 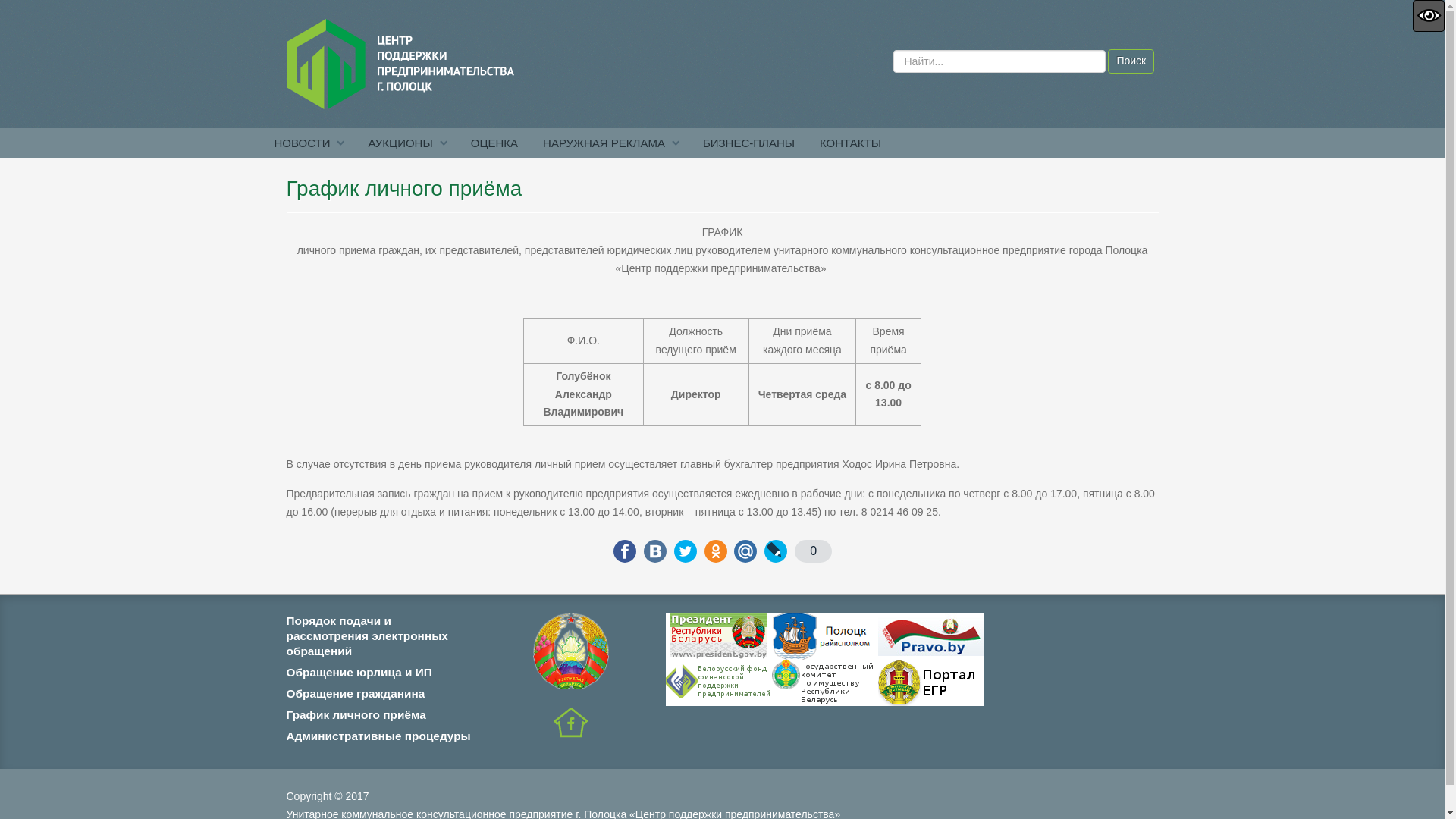 I want to click on 'Twitter', so click(x=684, y=551).